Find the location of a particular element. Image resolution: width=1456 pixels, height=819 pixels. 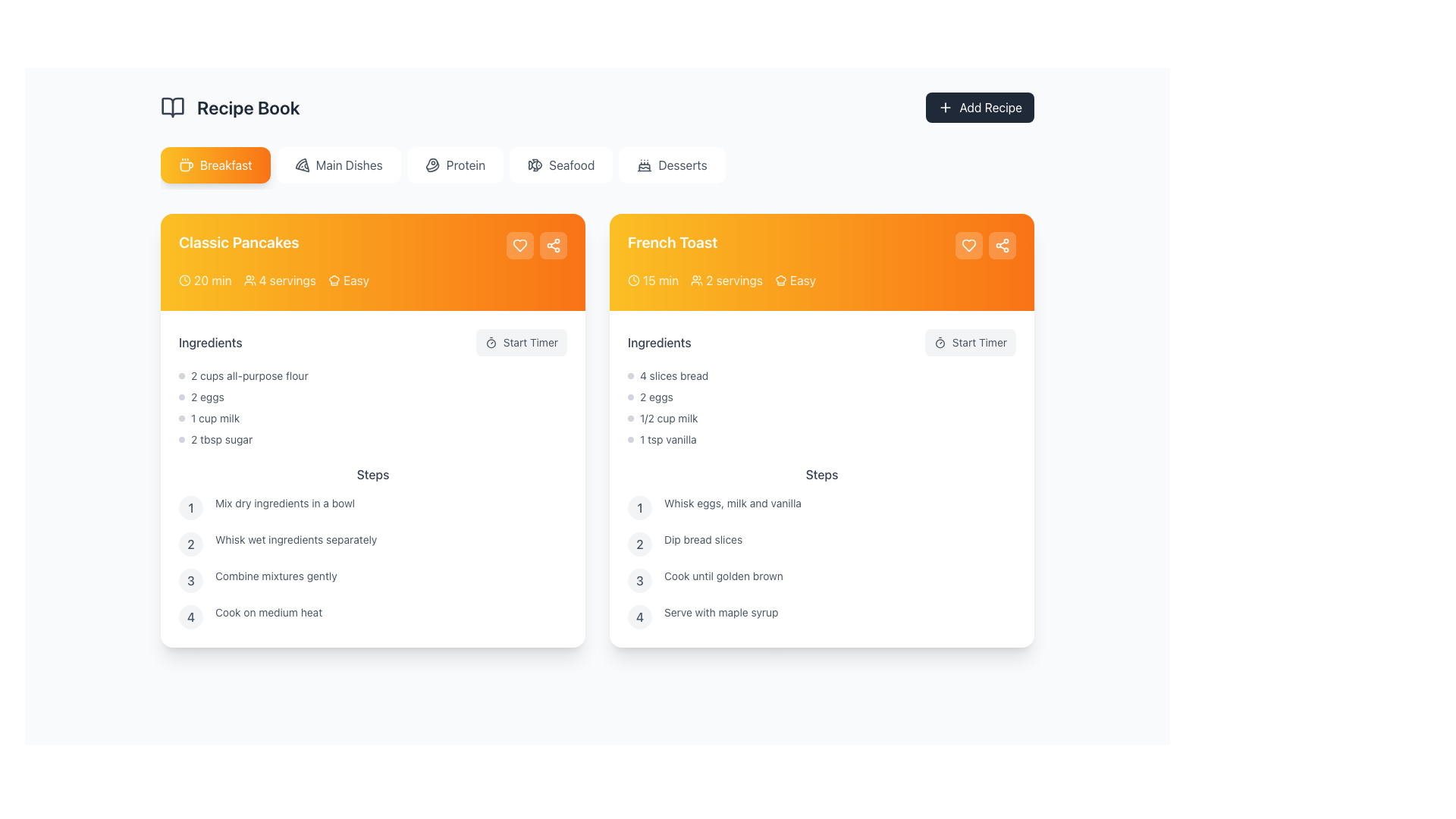

the circular number icon with a light gray background and dark gray text showing the number '1', which is the first item in the 'Steps' section of the 'French Toast' card is located at coordinates (640, 508).